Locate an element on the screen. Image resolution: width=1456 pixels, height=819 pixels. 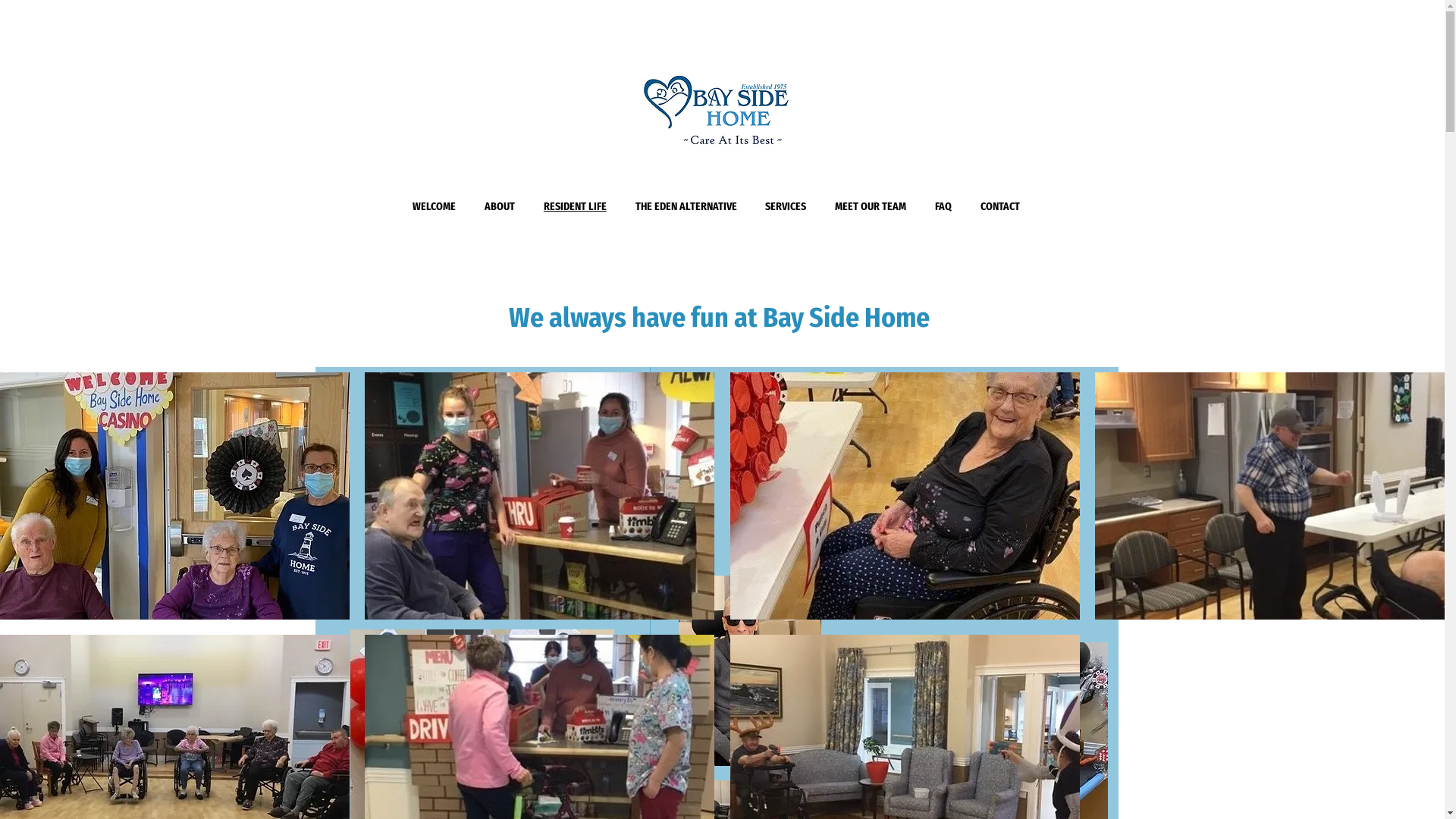
'ABOUT' is located at coordinates (499, 206).